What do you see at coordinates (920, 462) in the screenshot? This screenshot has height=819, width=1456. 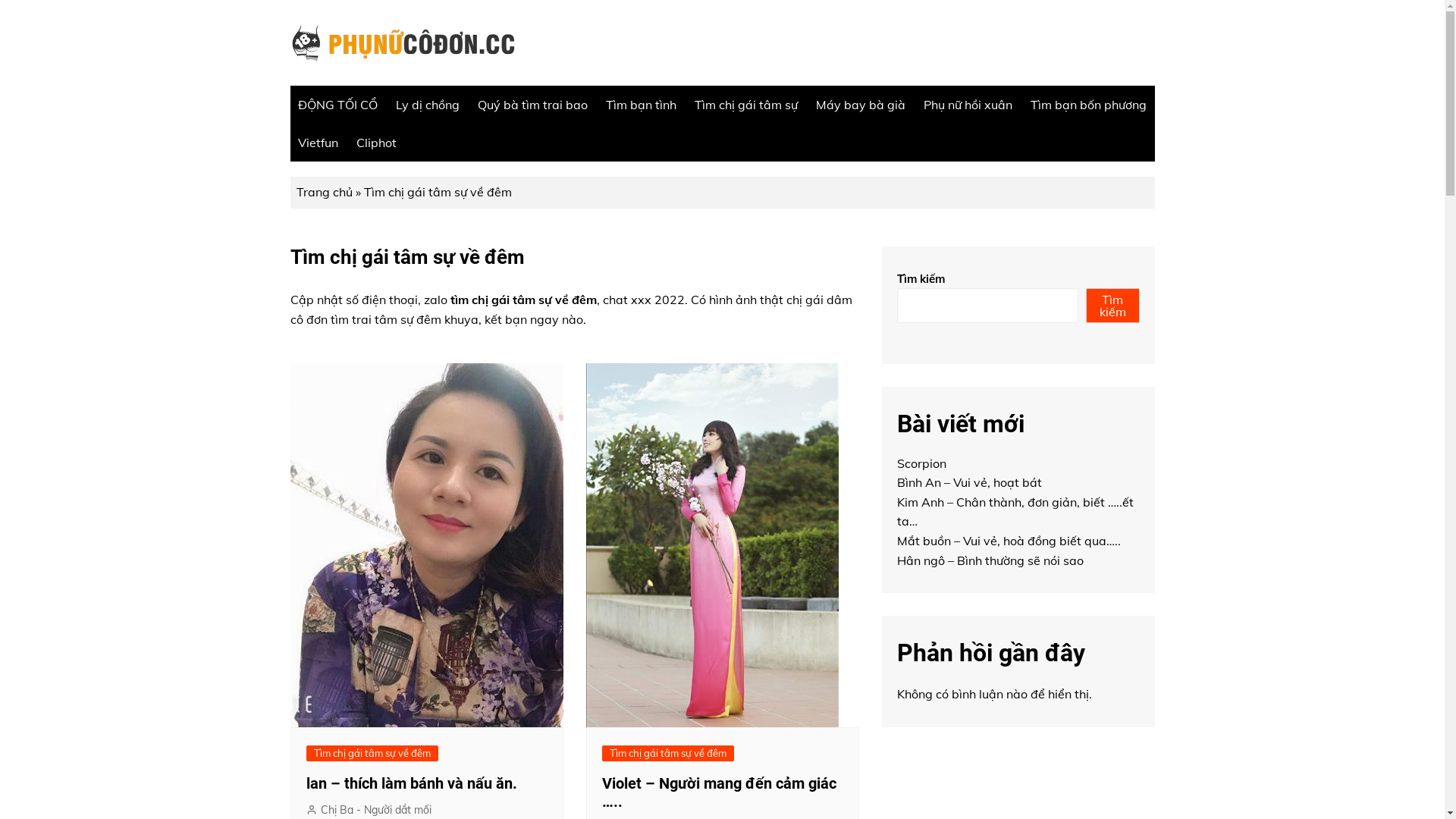 I see `'Scorpion'` at bounding box center [920, 462].